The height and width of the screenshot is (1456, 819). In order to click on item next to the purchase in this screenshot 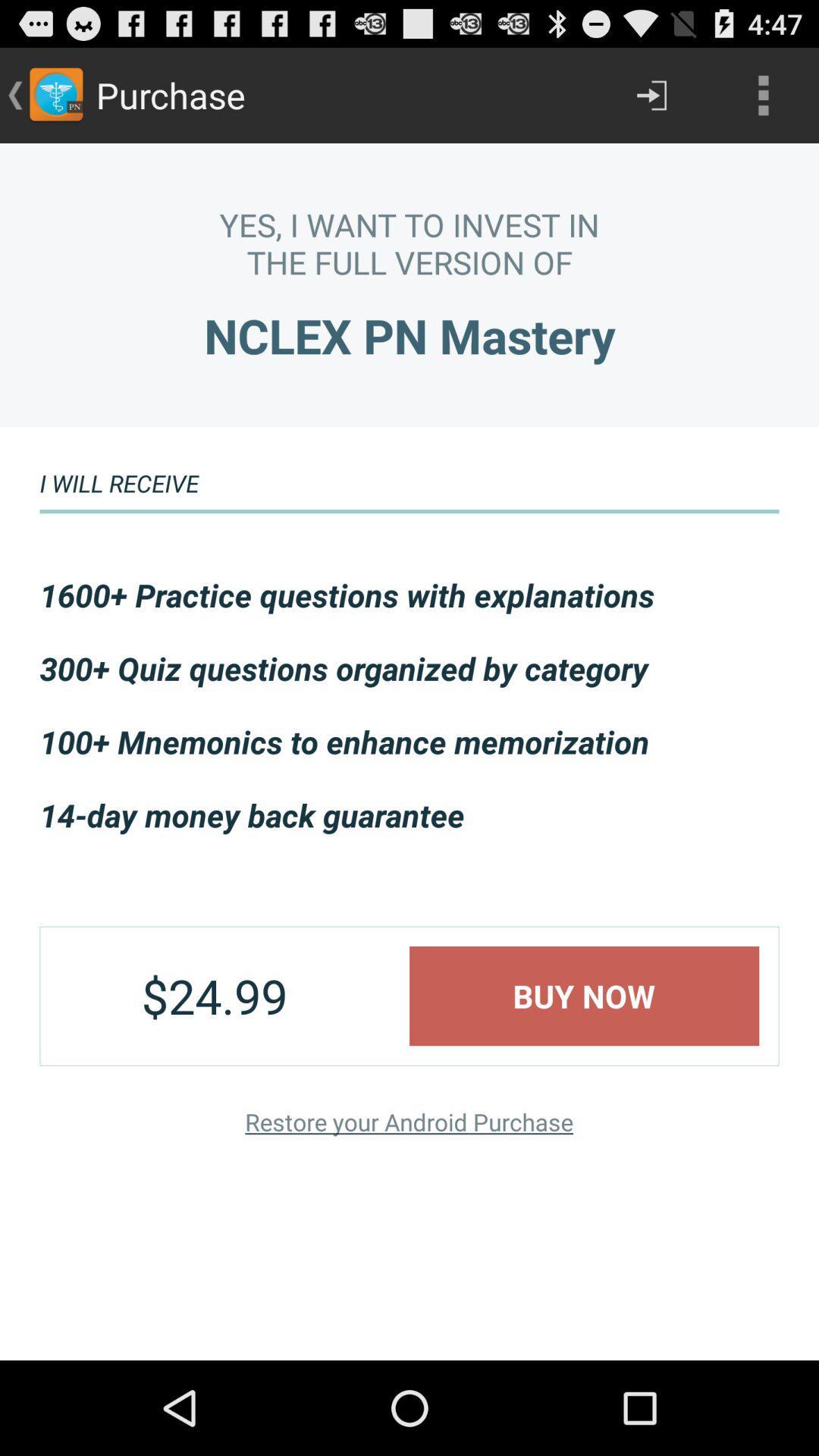, I will do `click(651, 94)`.